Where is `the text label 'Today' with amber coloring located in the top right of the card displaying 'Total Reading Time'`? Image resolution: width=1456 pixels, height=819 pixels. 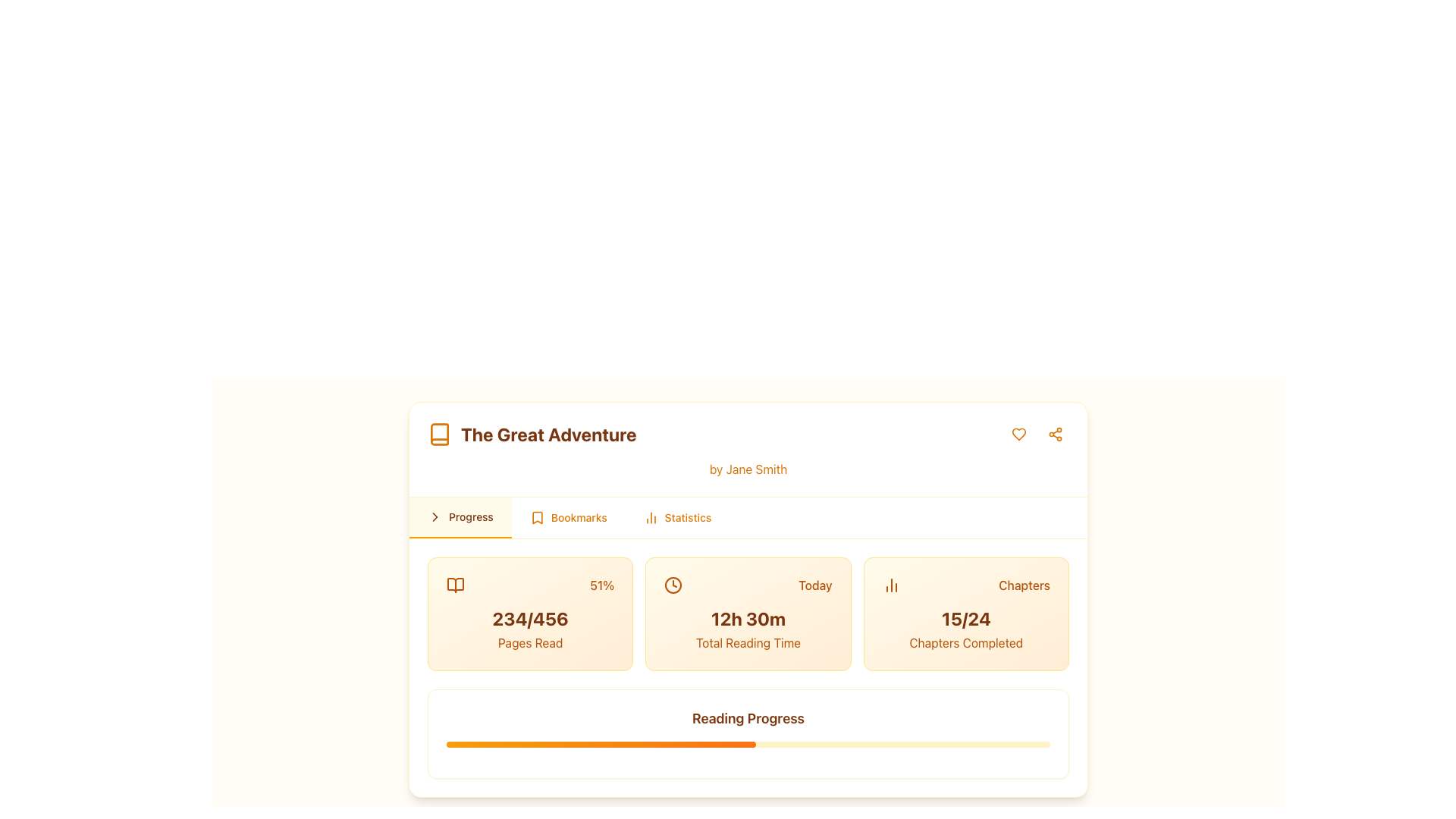 the text label 'Today' with amber coloring located in the top right of the card displaying 'Total Reading Time' is located at coordinates (814, 584).